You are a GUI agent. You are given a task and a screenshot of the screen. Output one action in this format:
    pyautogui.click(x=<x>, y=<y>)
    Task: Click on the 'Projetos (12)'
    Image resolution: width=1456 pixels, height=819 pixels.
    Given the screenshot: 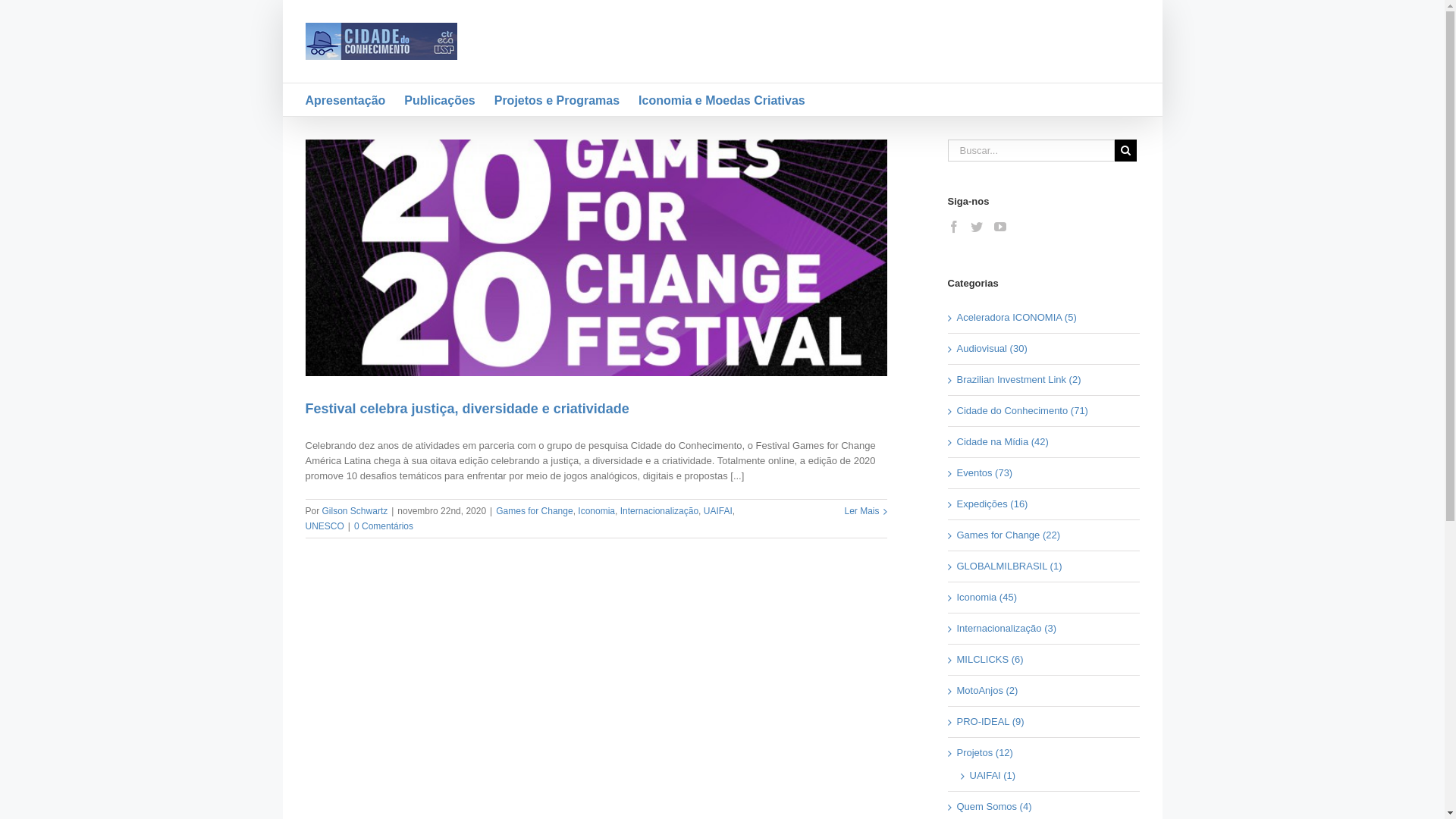 What is the action you would take?
    pyautogui.click(x=1043, y=752)
    